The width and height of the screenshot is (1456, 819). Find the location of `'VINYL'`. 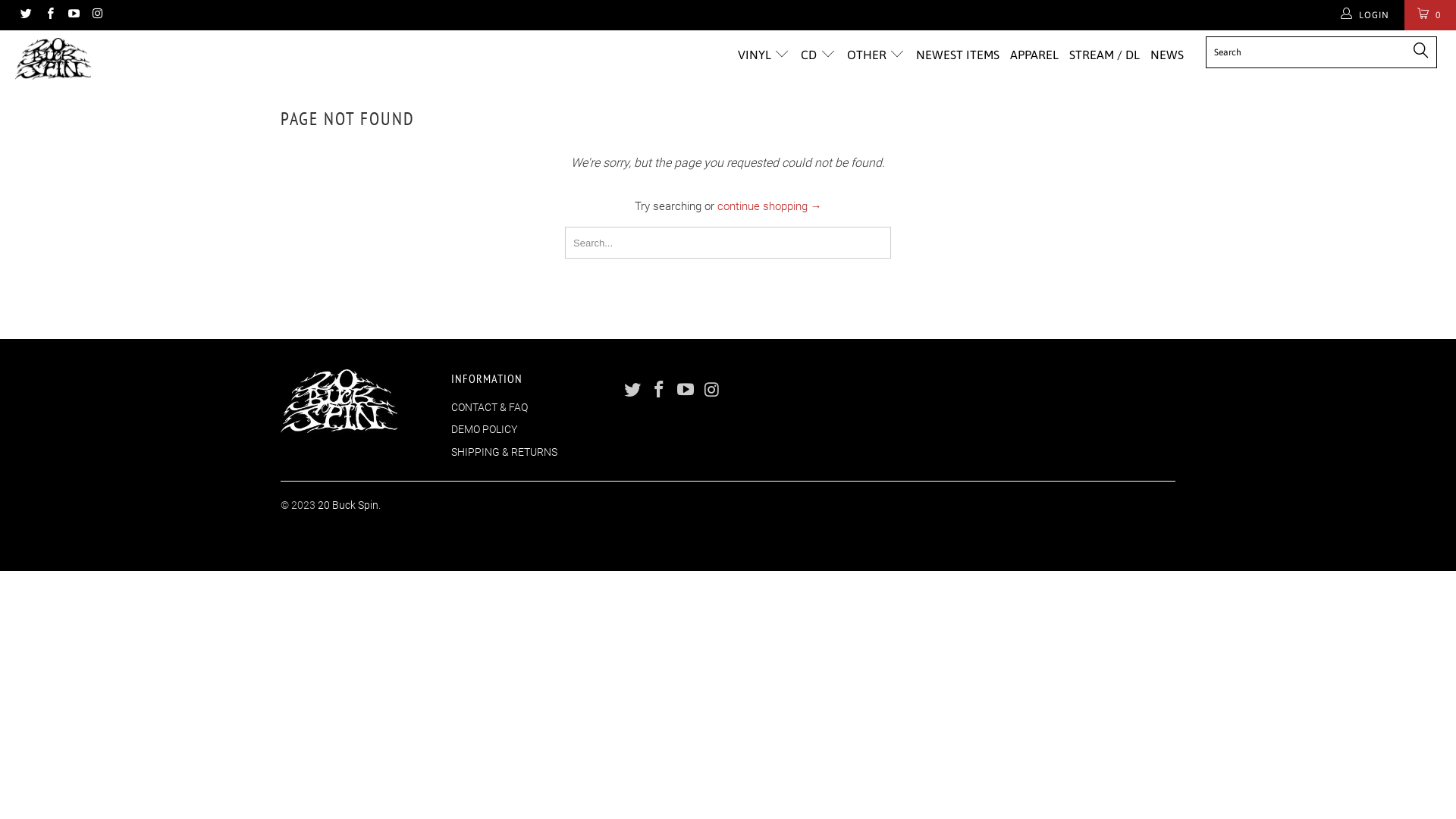

'VINYL' is located at coordinates (738, 54).